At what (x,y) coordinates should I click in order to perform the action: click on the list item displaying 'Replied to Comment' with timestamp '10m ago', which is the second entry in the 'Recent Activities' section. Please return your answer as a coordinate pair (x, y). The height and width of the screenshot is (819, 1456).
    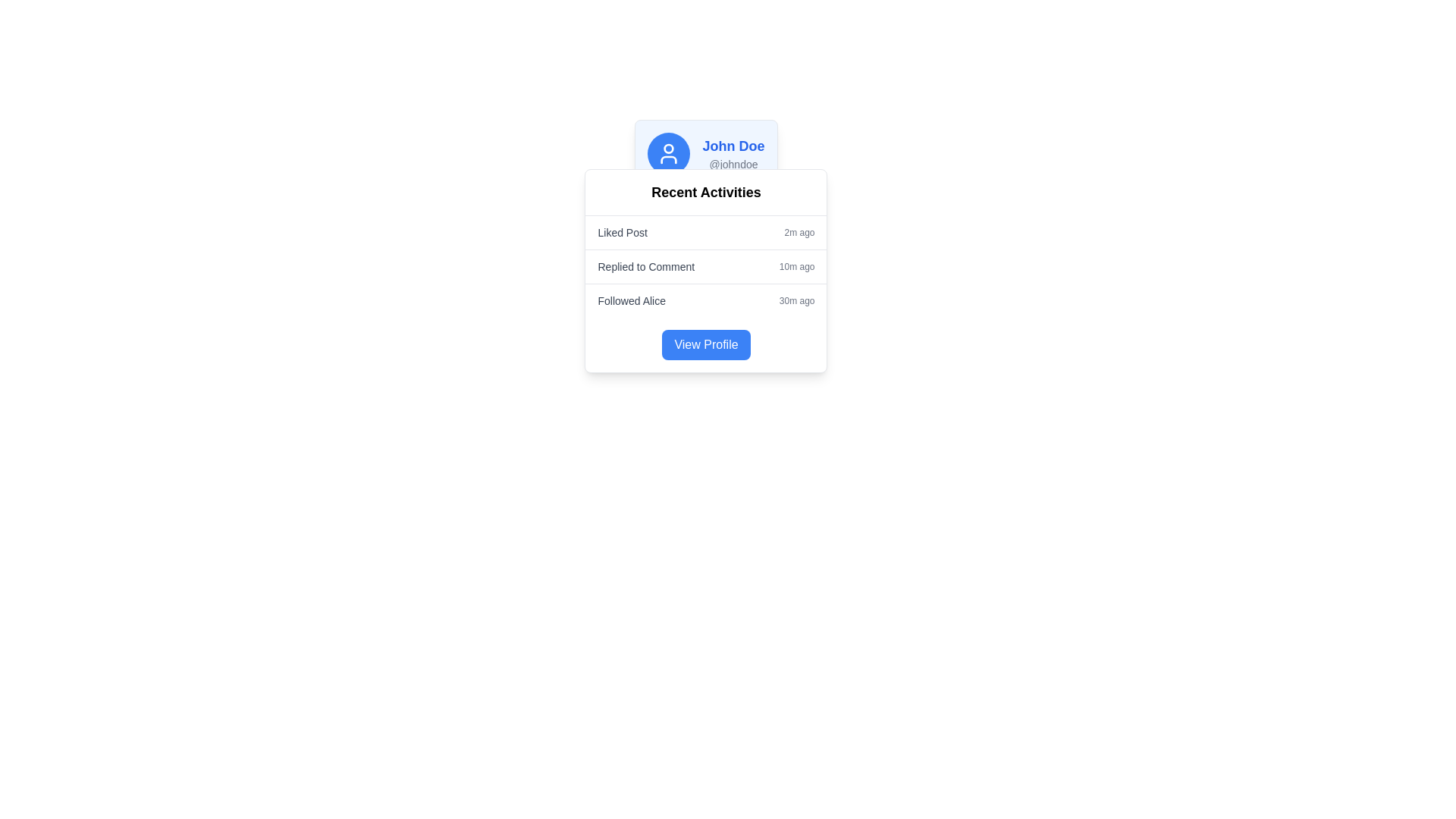
    Looking at the image, I should click on (705, 265).